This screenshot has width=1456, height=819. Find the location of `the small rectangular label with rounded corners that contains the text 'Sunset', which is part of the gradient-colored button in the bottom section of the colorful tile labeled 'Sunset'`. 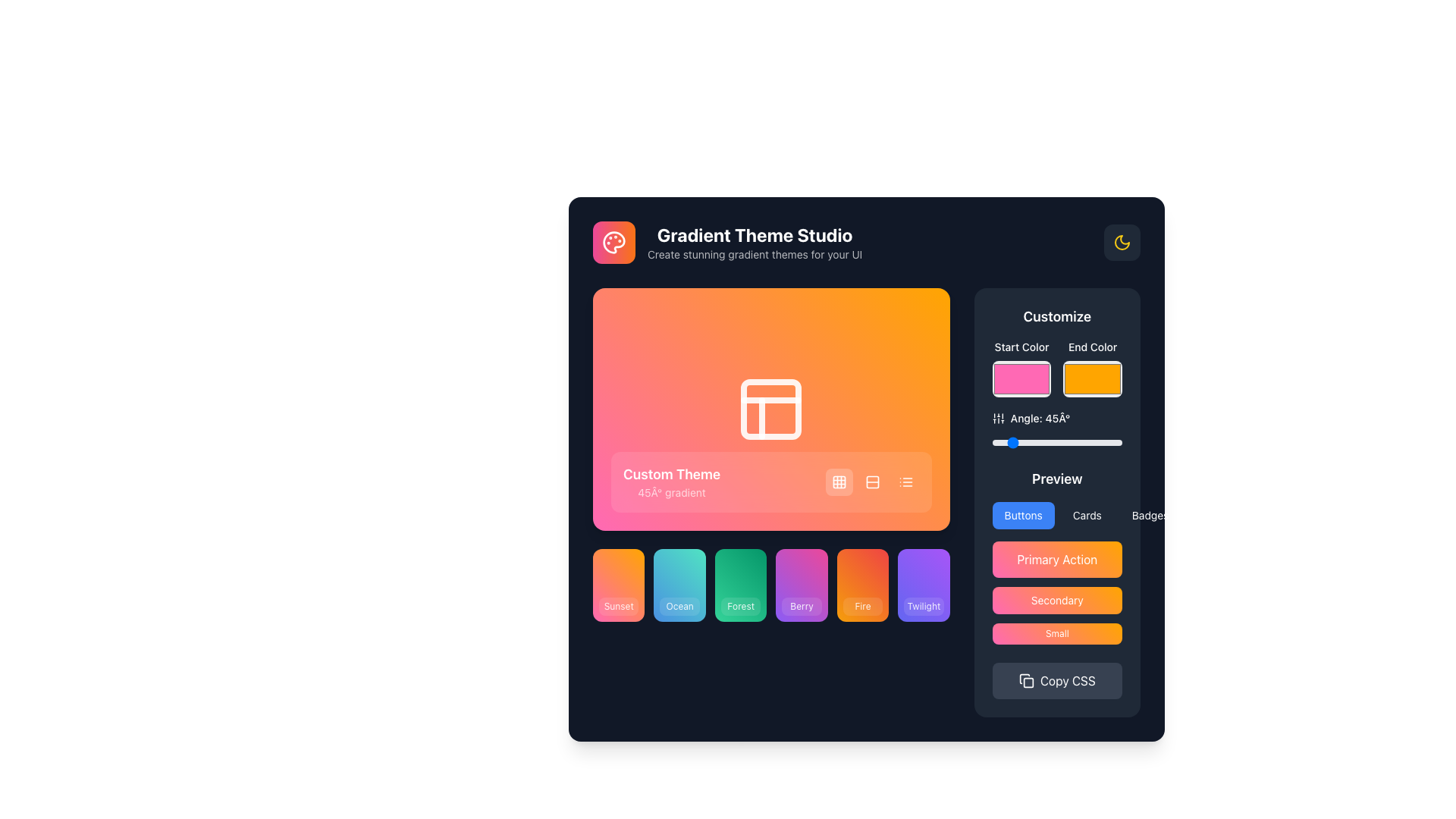

the small rectangular label with rounded corners that contains the text 'Sunset', which is part of the gradient-colored button in the bottom section of the colorful tile labeled 'Sunset' is located at coordinates (619, 605).